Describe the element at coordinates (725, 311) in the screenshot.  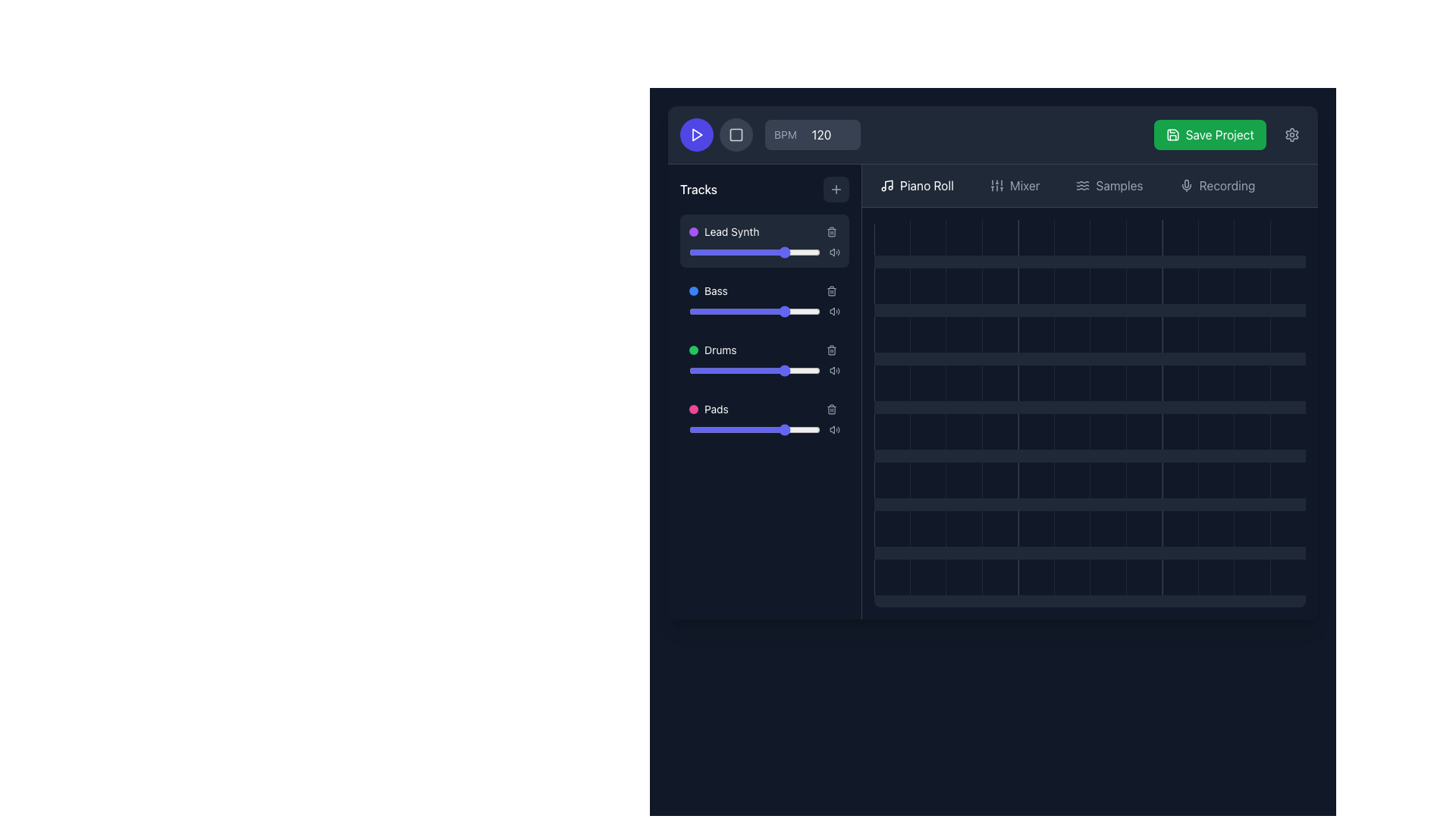
I see `the bass level` at that location.